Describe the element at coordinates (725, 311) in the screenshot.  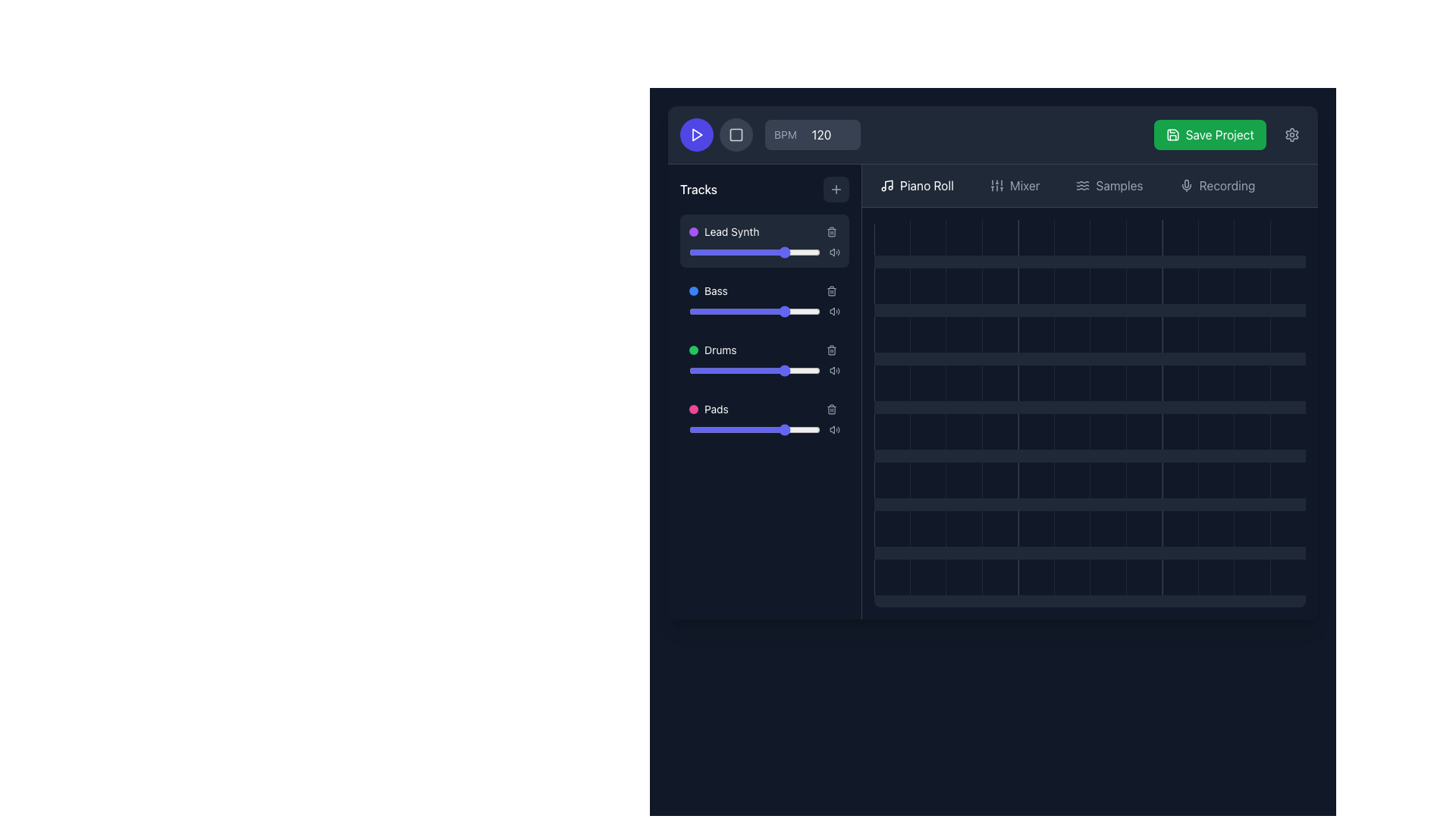
I see `the bass level` at that location.